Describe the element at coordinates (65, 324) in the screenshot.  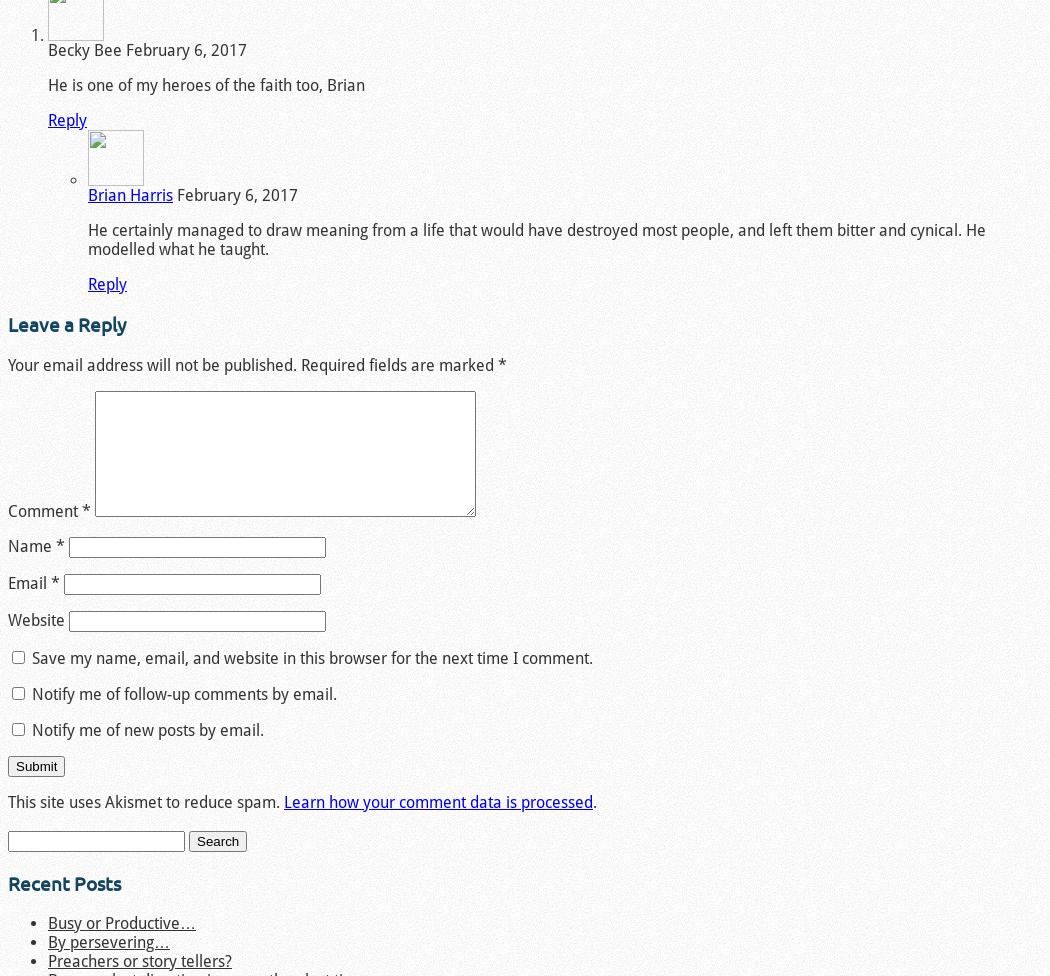
I see `'Leave a Reply'` at that location.